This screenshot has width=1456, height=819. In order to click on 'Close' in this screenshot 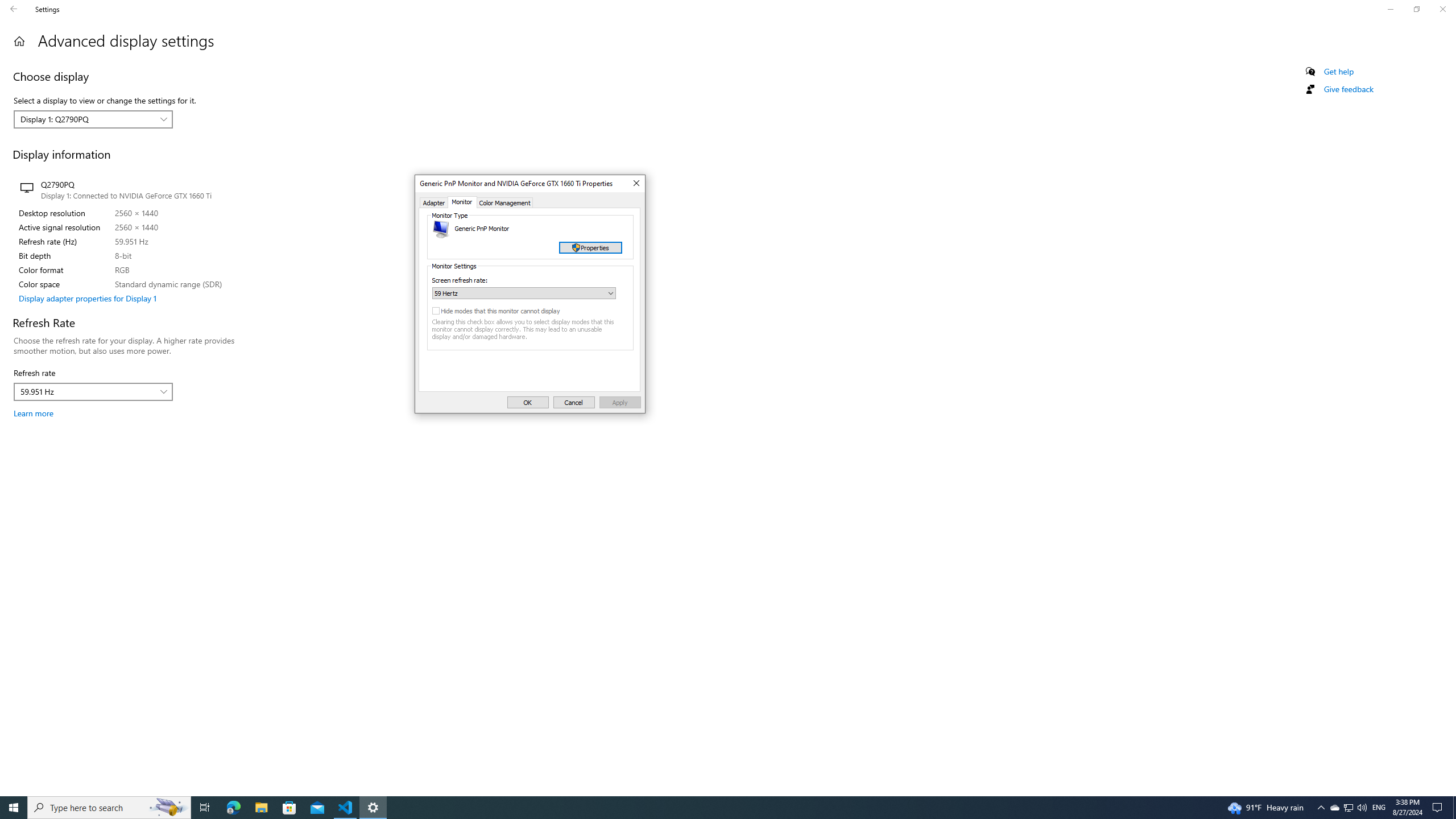, I will do `click(635, 183)`.